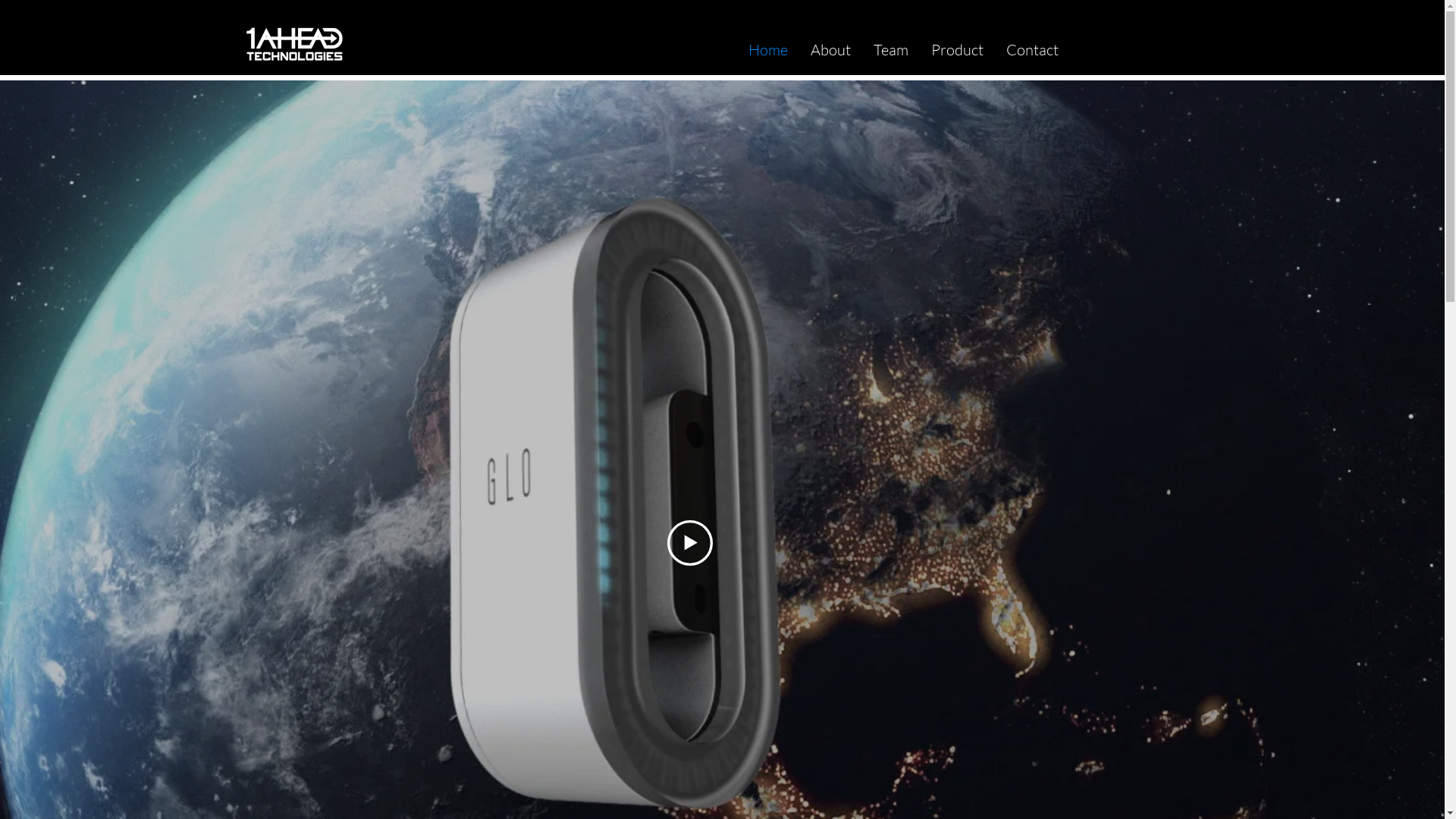 This screenshot has width=1456, height=819. I want to click on 'Home', so click(767, 49).